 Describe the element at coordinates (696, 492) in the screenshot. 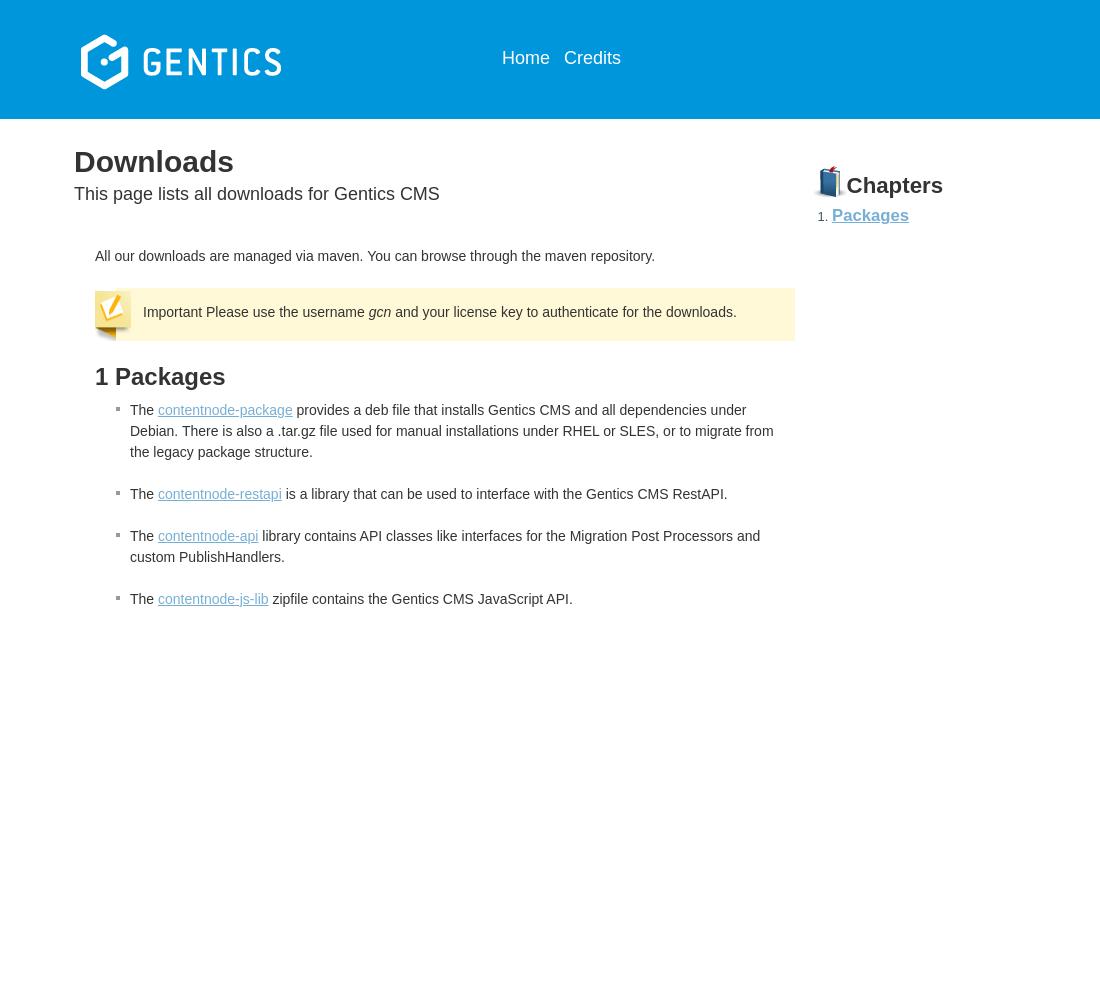

I see `'RestAPI.'` at that location.